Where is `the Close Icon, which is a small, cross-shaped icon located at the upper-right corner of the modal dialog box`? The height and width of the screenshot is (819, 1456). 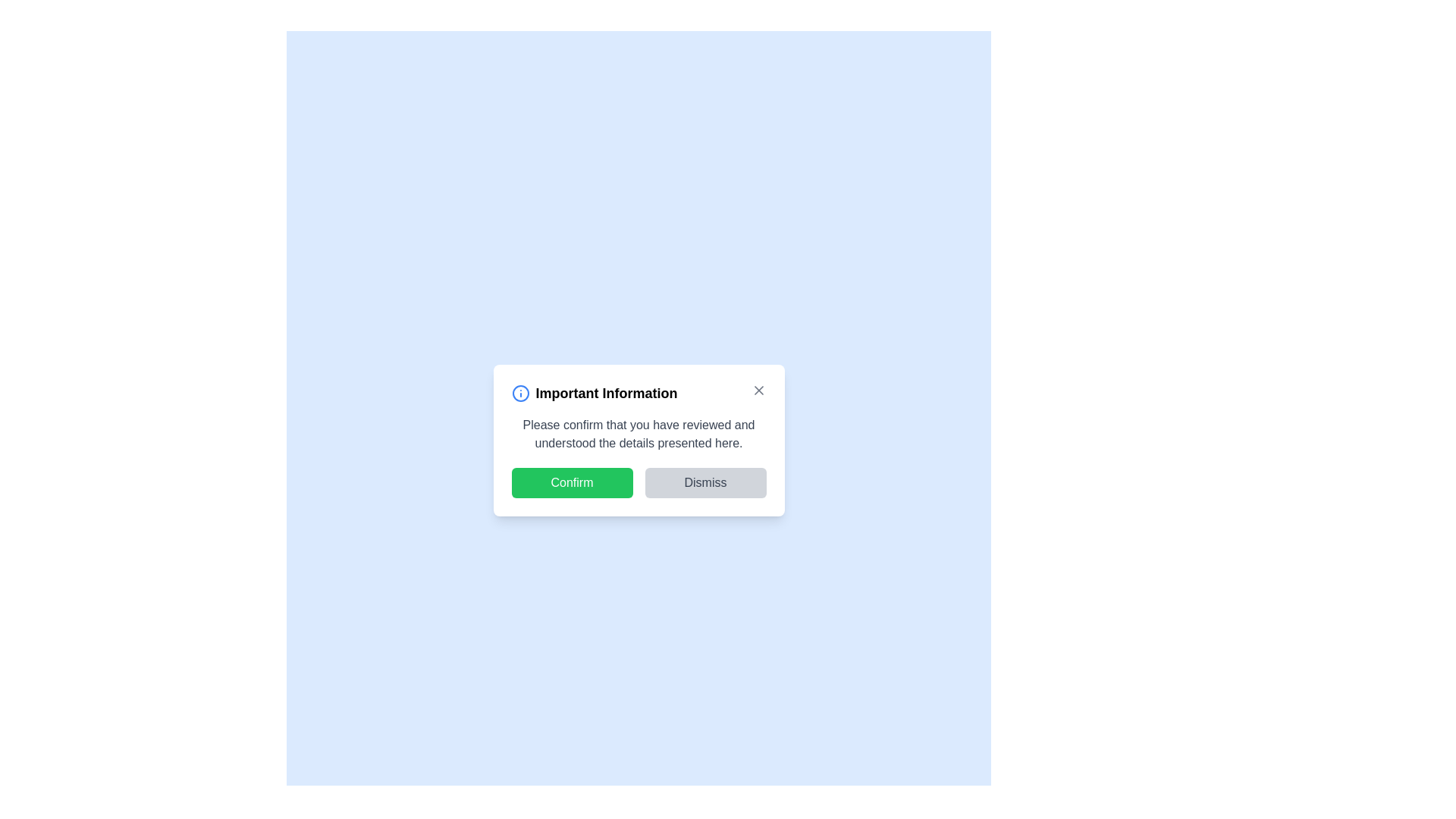 the Close Icon, which is a small, cross-shaped icon located at the upper-right corner of the modal dialog box is located at coordinates (758, 390).